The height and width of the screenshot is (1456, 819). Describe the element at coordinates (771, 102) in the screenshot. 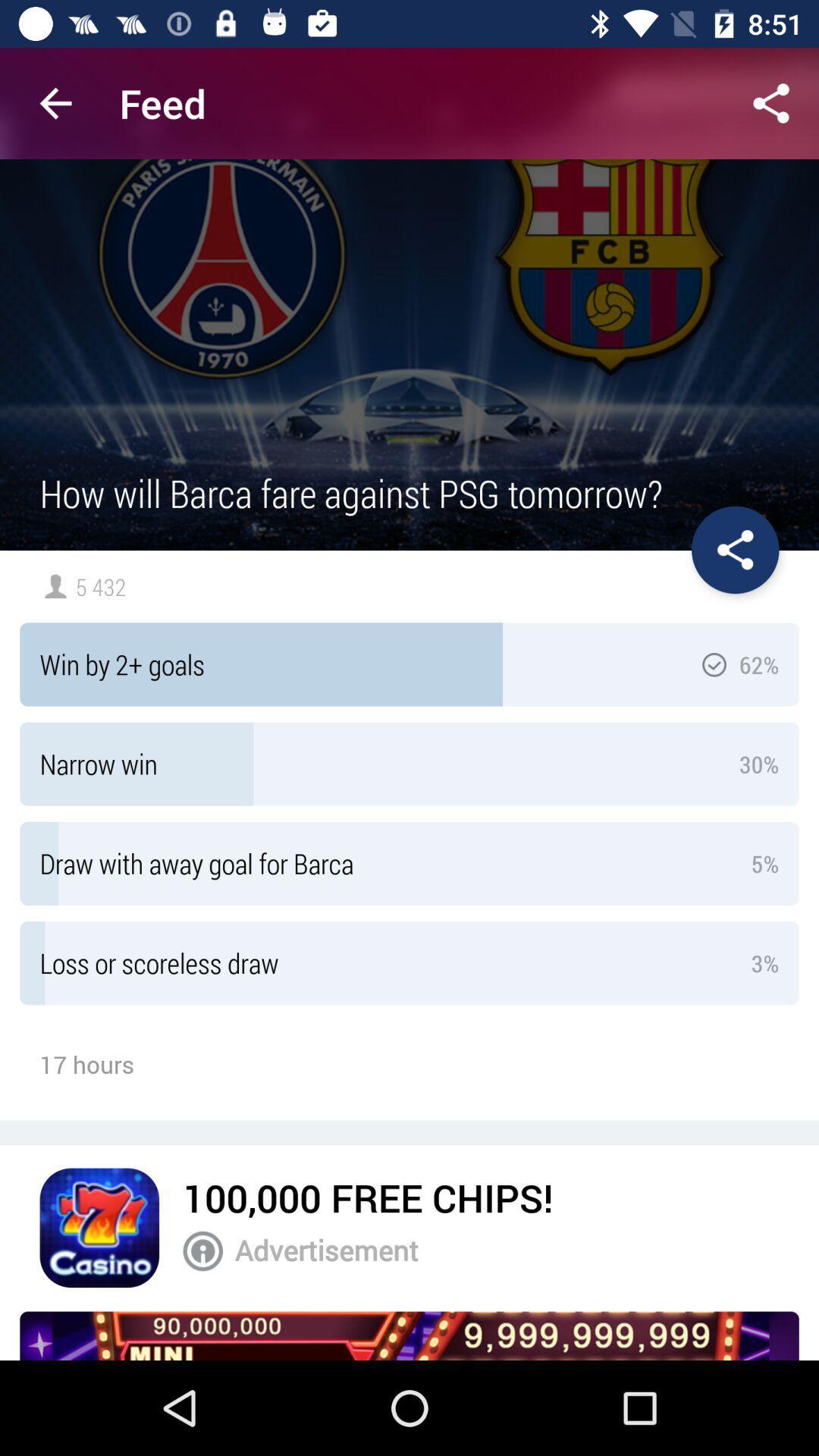

I see `share the content` at that location.